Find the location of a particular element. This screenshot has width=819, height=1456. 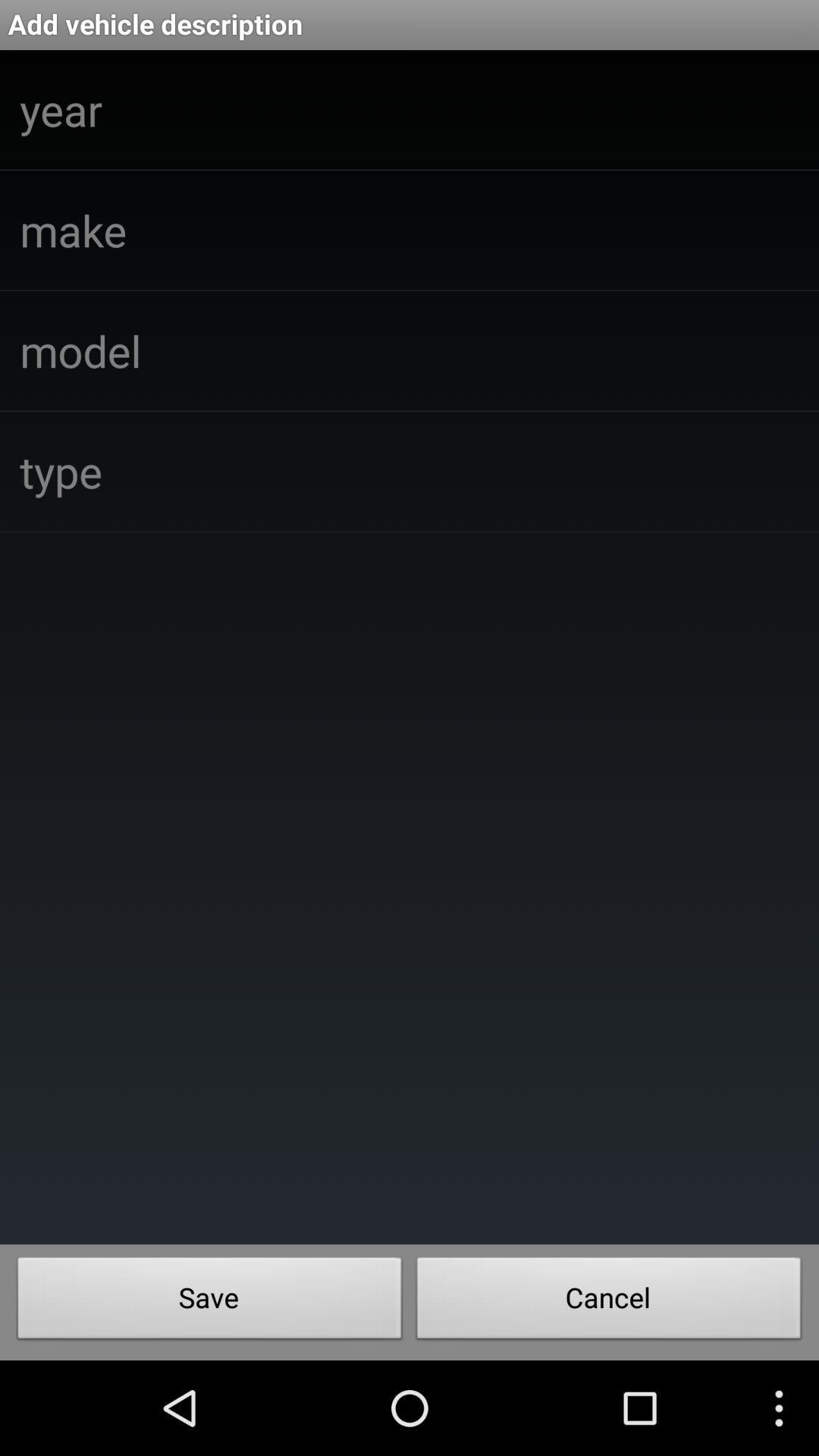

icon next to save is located at coordinates (608, 1301).